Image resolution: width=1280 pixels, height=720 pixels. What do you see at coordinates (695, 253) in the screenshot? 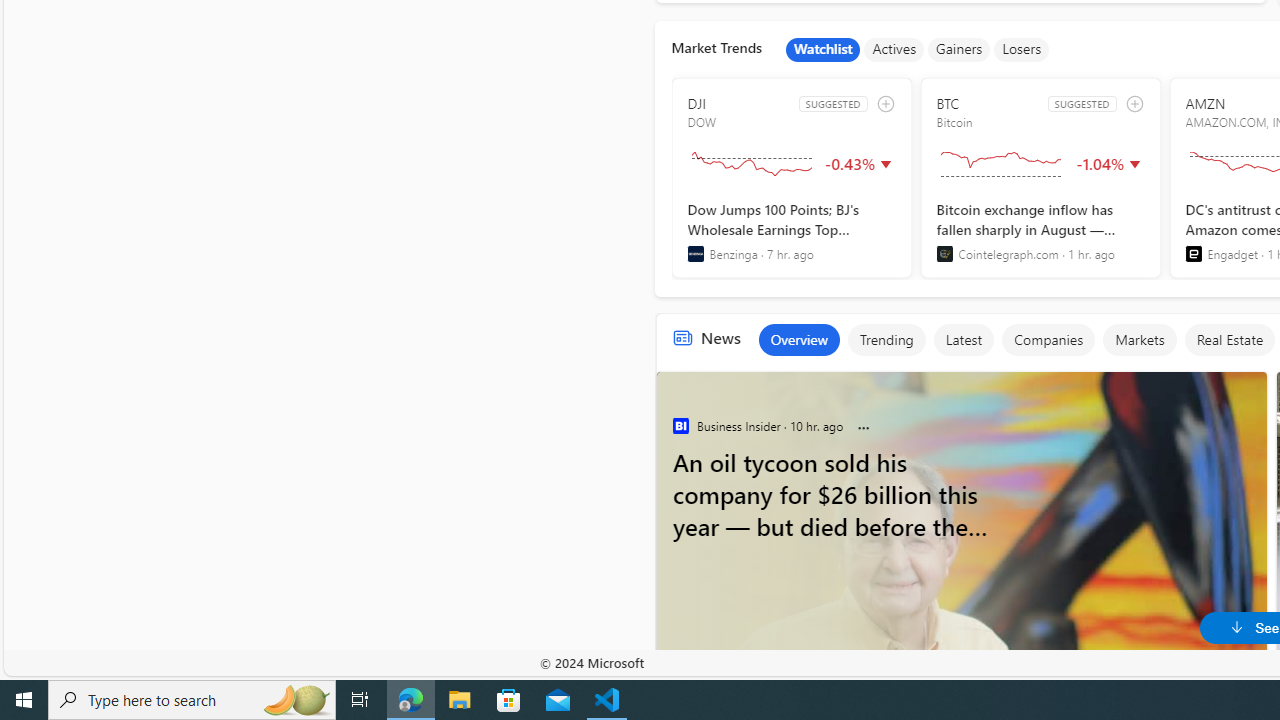
I see `'Benzinga'` at bounding box center [695, 253].